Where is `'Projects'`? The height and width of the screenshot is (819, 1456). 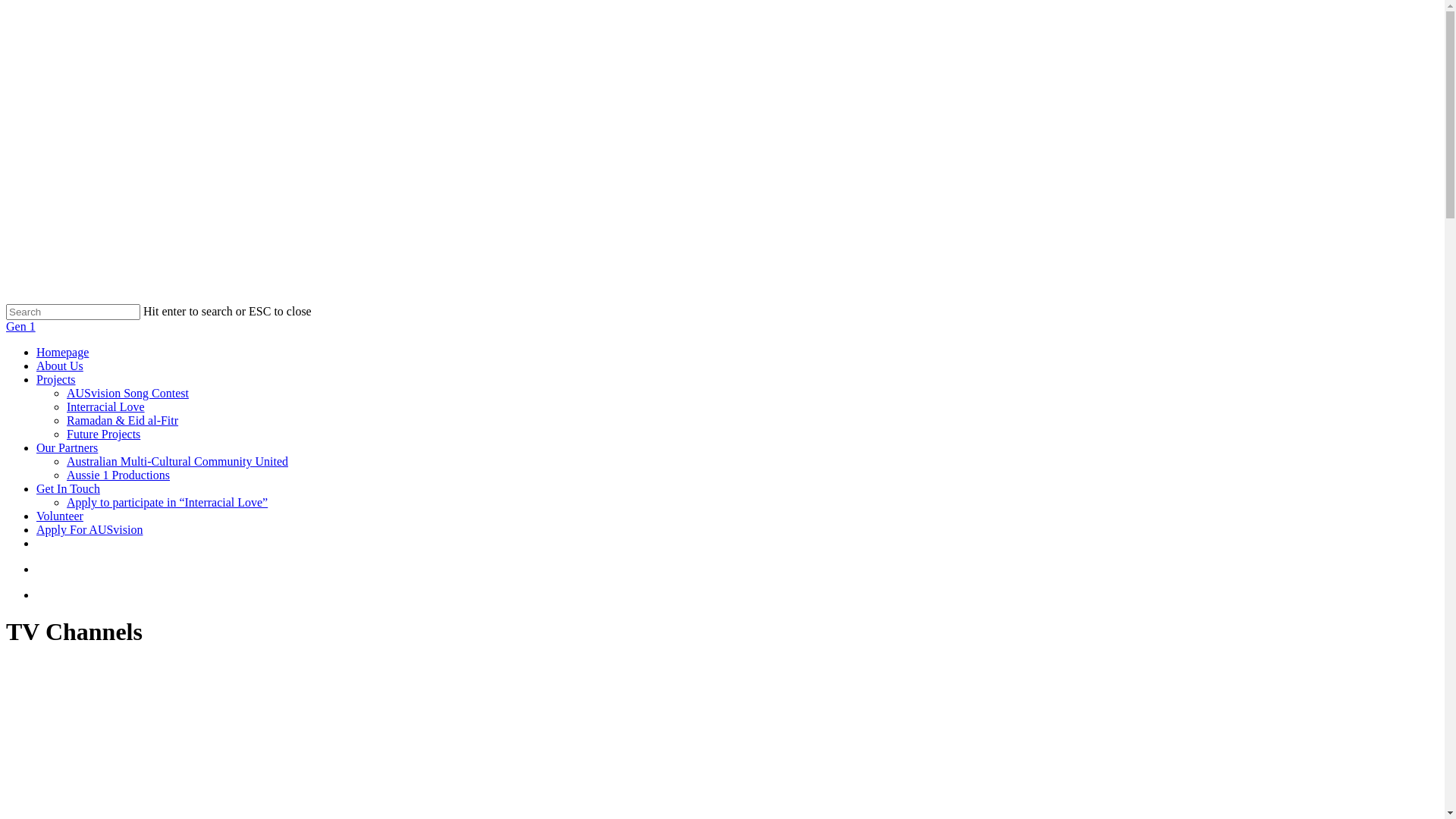 'Projects' is located at coordinates (55, 378).